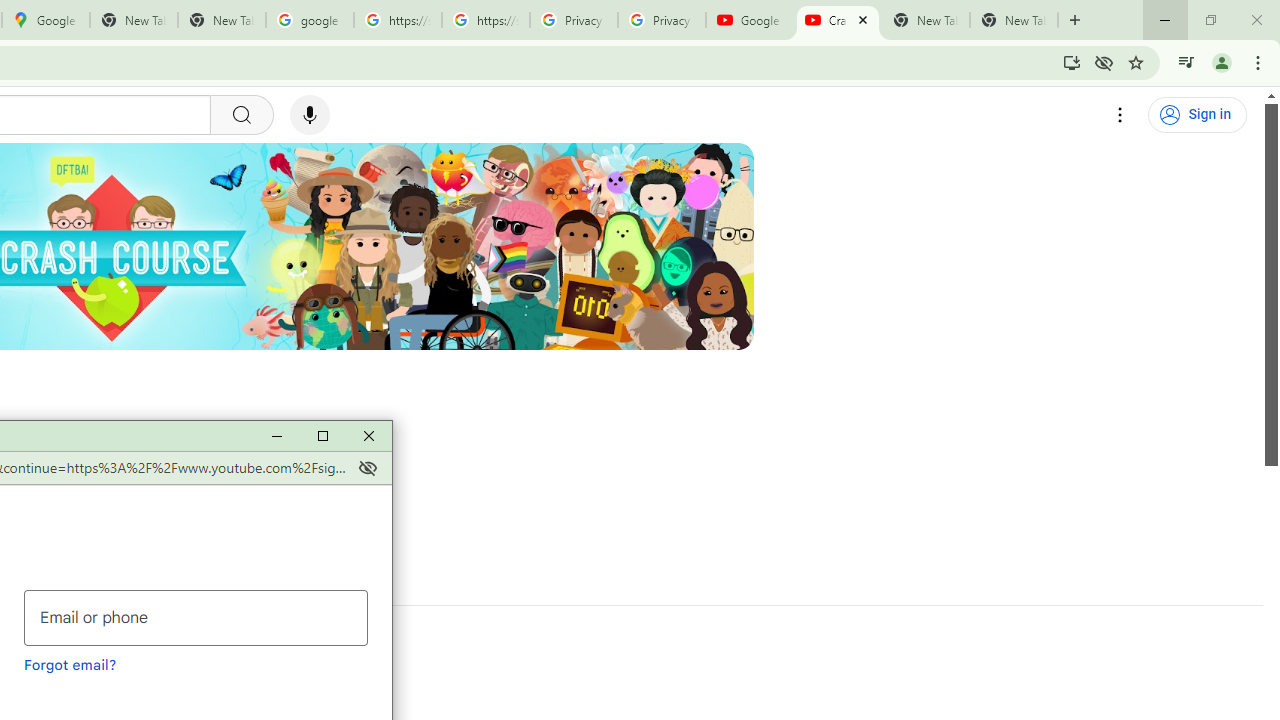  Describe the element at coordinates (1120, 115) in the screenshot. I see `'Settings'` at that location.